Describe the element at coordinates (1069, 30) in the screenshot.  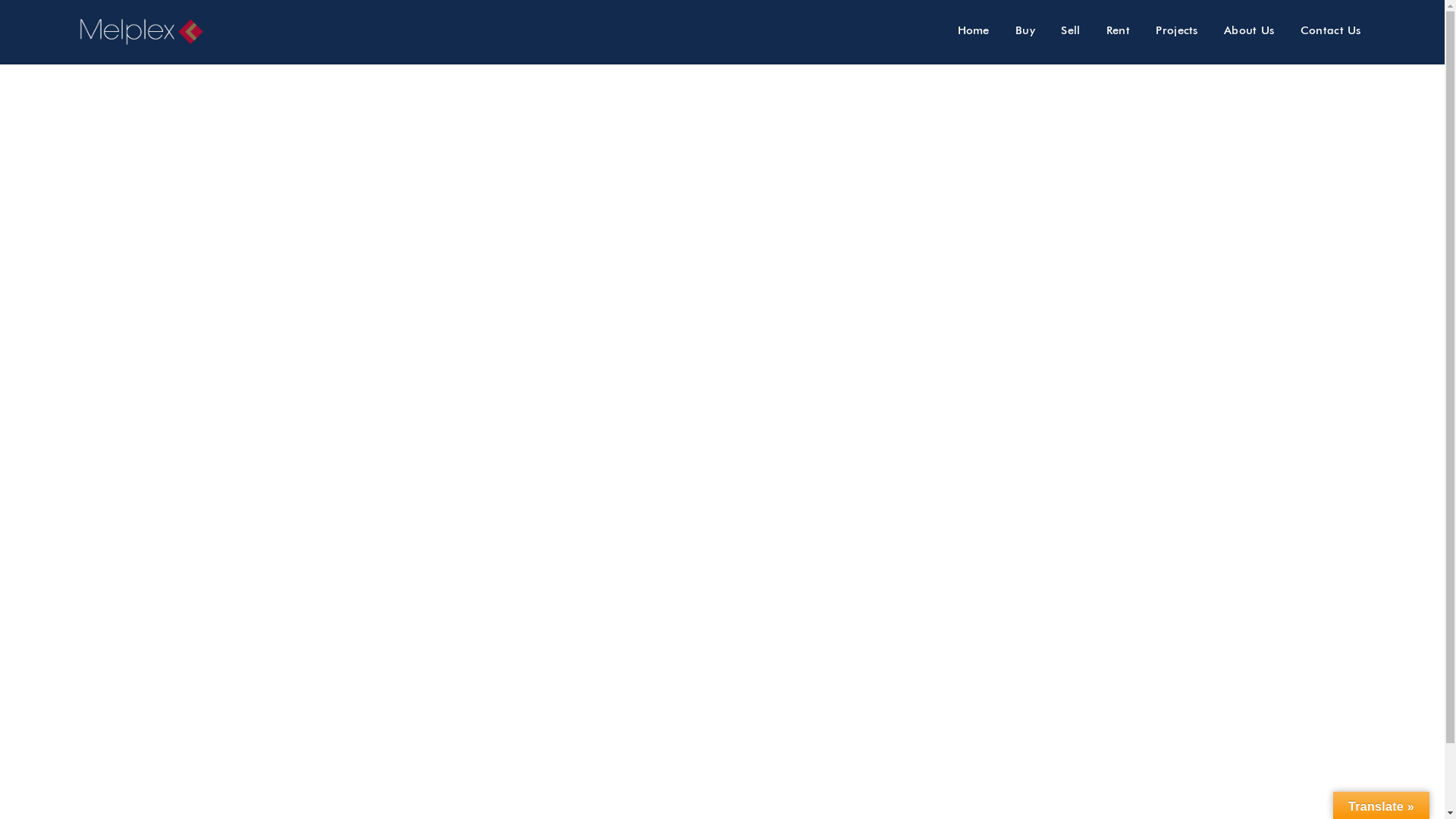
I see `'Sell'` at that location.